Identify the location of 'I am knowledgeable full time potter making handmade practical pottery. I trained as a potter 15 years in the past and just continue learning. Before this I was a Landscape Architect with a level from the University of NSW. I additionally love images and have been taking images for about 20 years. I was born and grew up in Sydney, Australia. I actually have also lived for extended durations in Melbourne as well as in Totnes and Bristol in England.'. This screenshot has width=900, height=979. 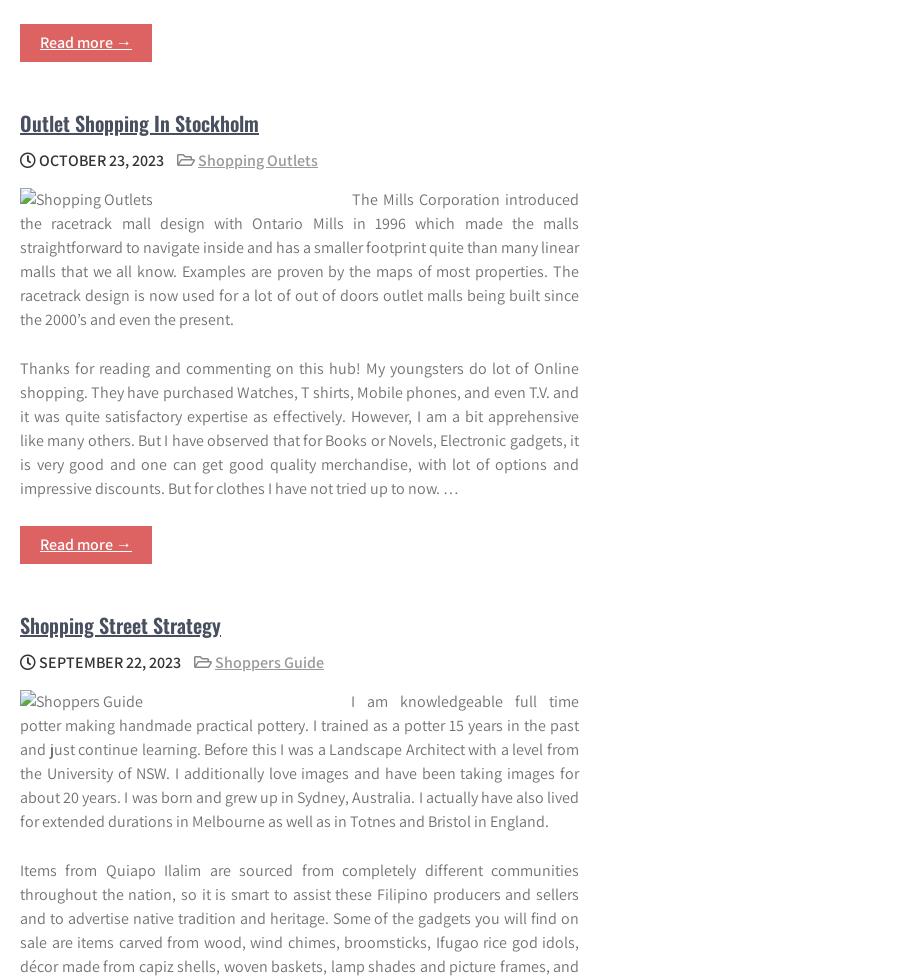
(298, 759).